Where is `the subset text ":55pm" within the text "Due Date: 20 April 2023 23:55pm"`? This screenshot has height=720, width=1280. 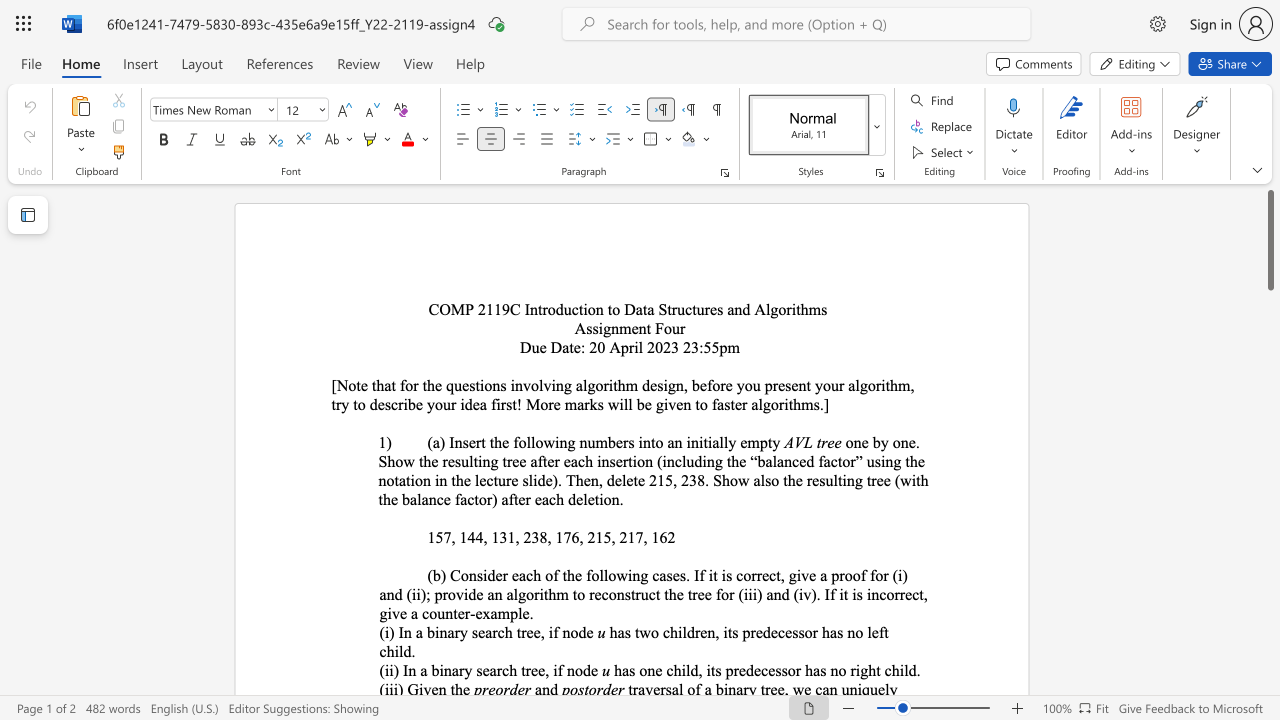
the subset text ":55pm" within the text "Due Date: 20 April 2023 23:55pm" is located at coordinates (699, 346).